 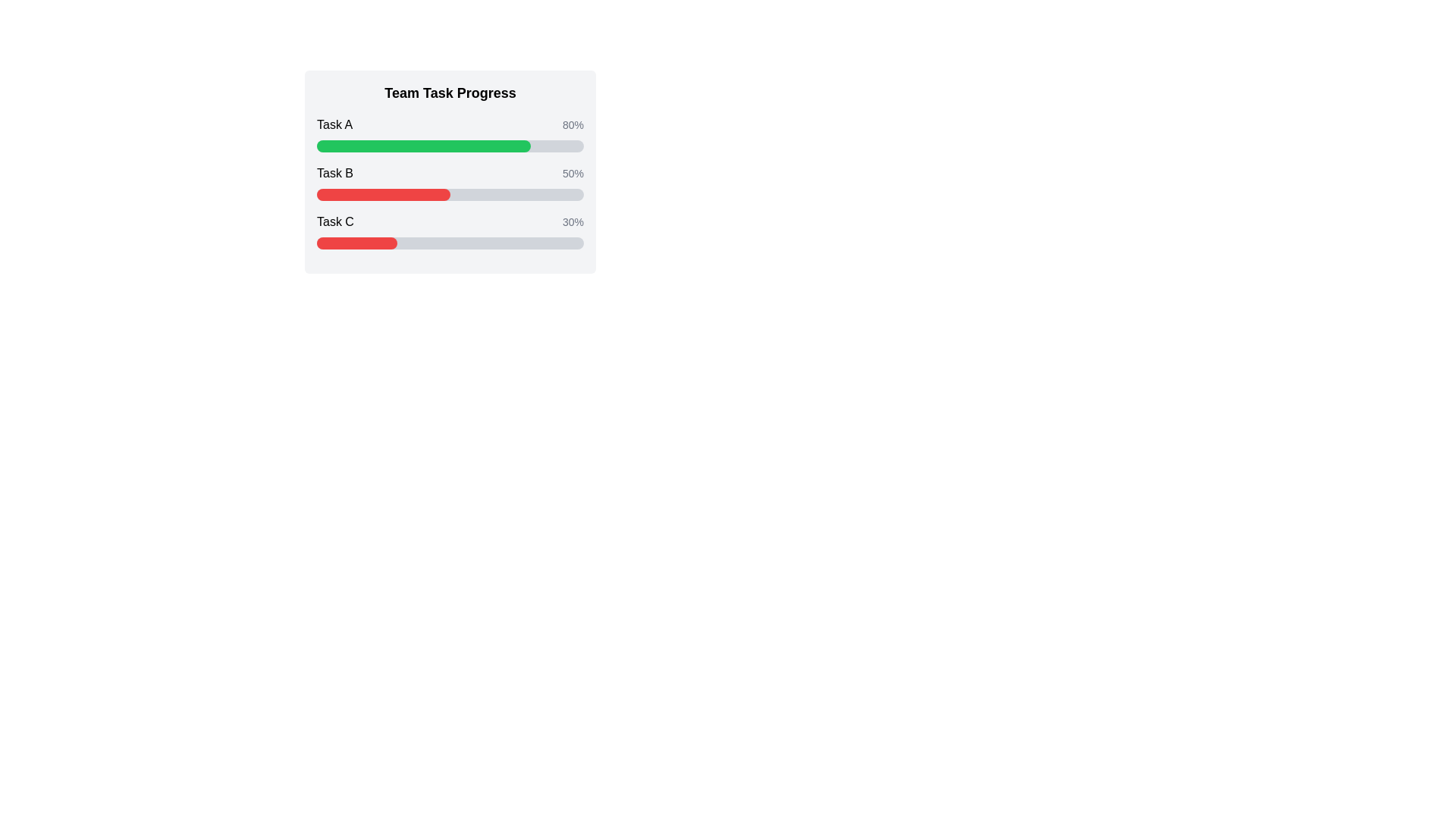 I want to click on the horizontal progress bar representing Task C, which shows 30% progress and is located under the label 'Task C30%' in the interface, so click(x=450, y=242).